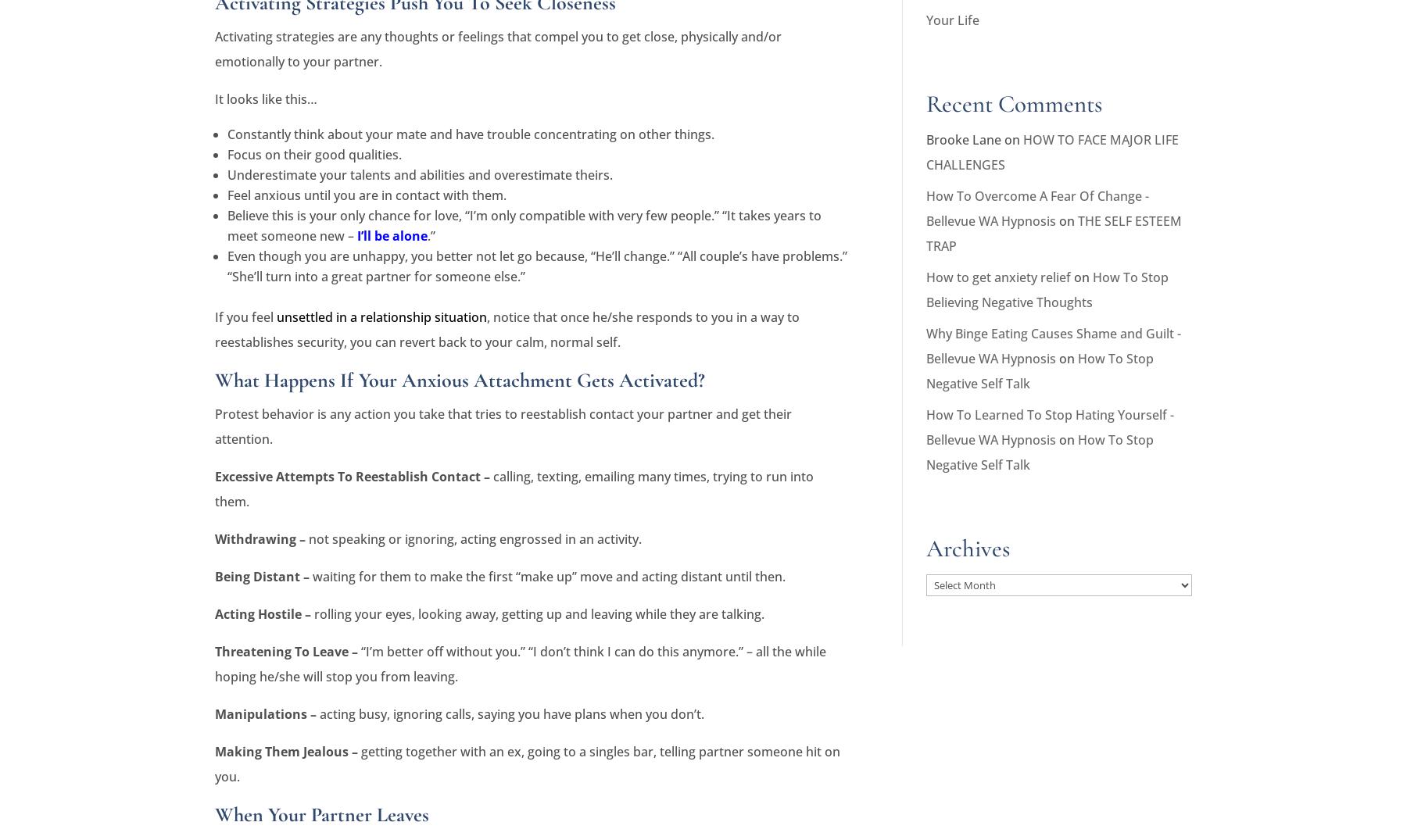 The height and width of the screenshot is (840, 1407). Describe the element at coordinates (214, 380) in the screenshot. I see `'What Happens If Your Anxious Attachment Gets Activated?'` at that location.